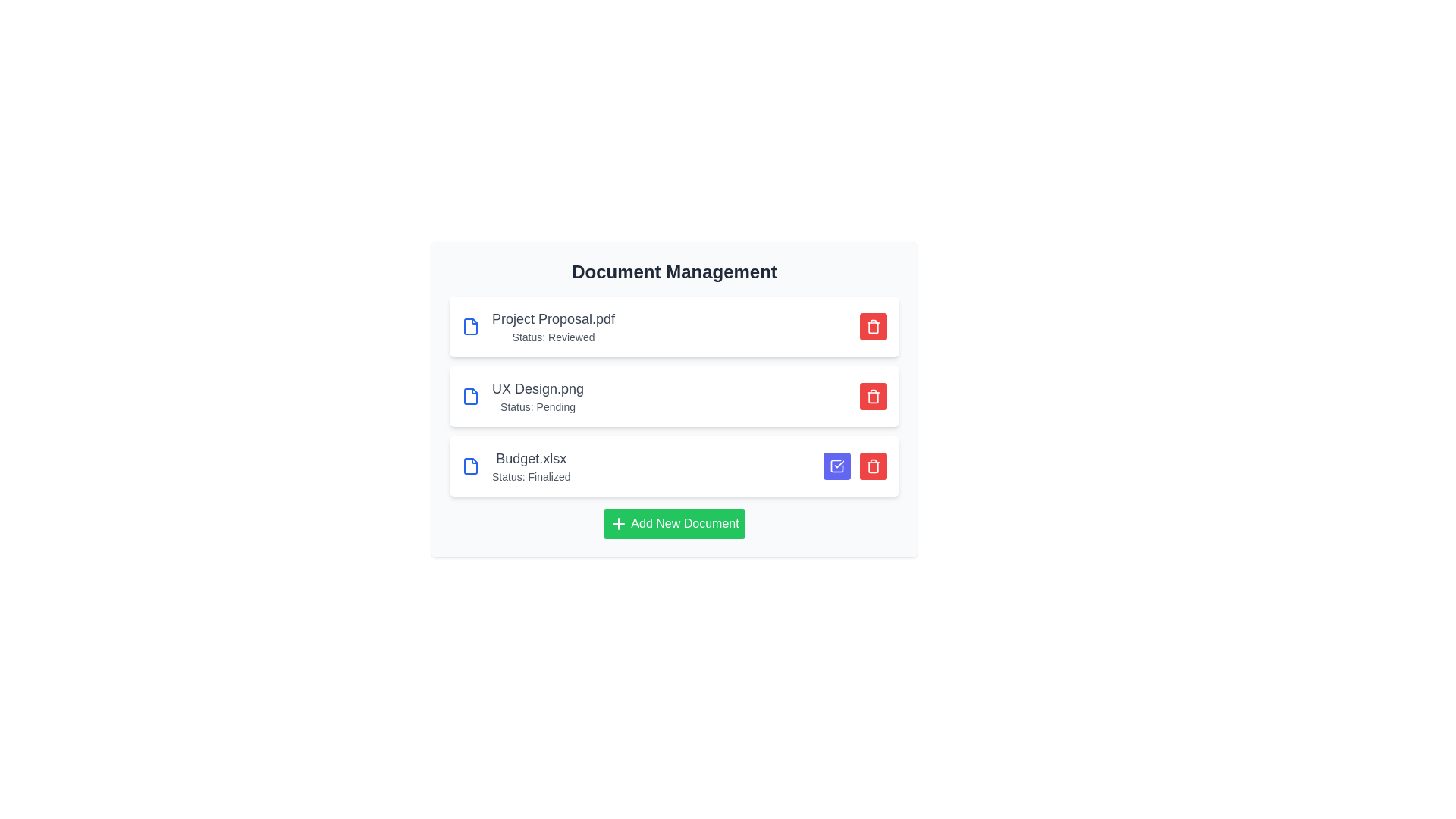  What do you see at coordinates (874, 465) in the screenshot?
I see `delete button for the document named Budget.xlsx` at bounding box center [874, 465].